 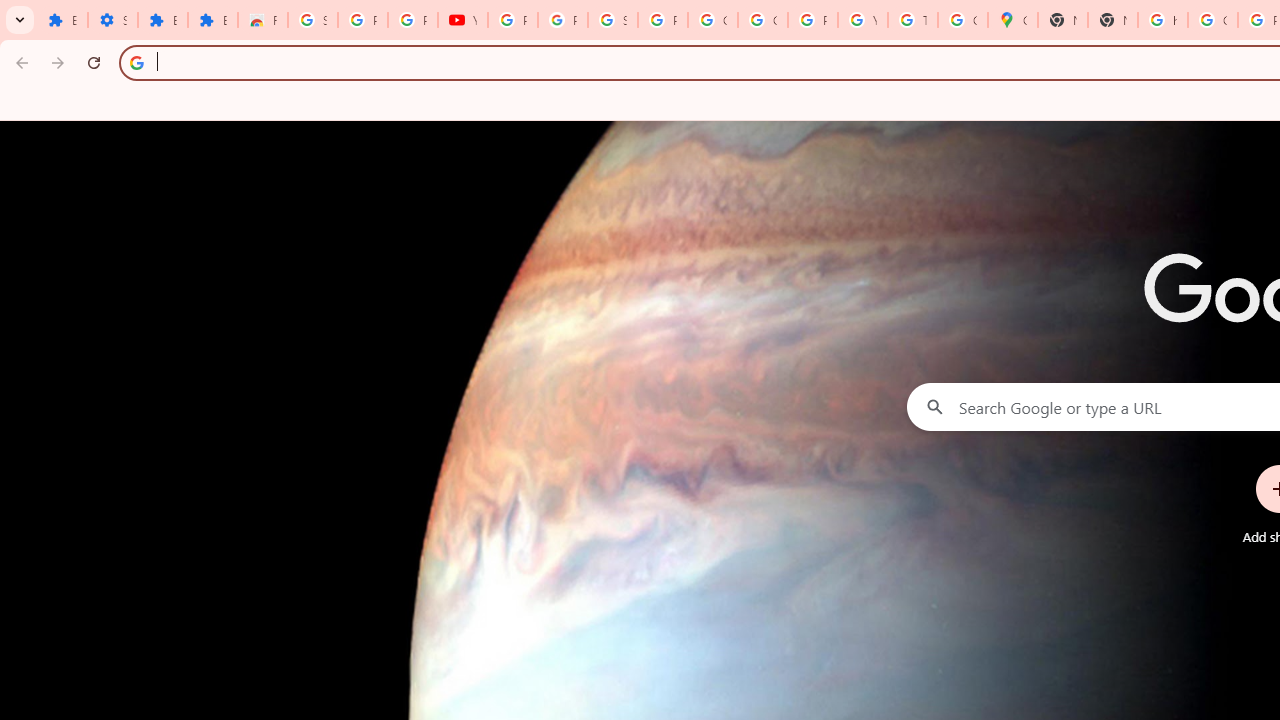 What do you see at coordinates (1062, 20) in the screenshot?
I see `'New Tab'` at bounding box center [1062, 20].